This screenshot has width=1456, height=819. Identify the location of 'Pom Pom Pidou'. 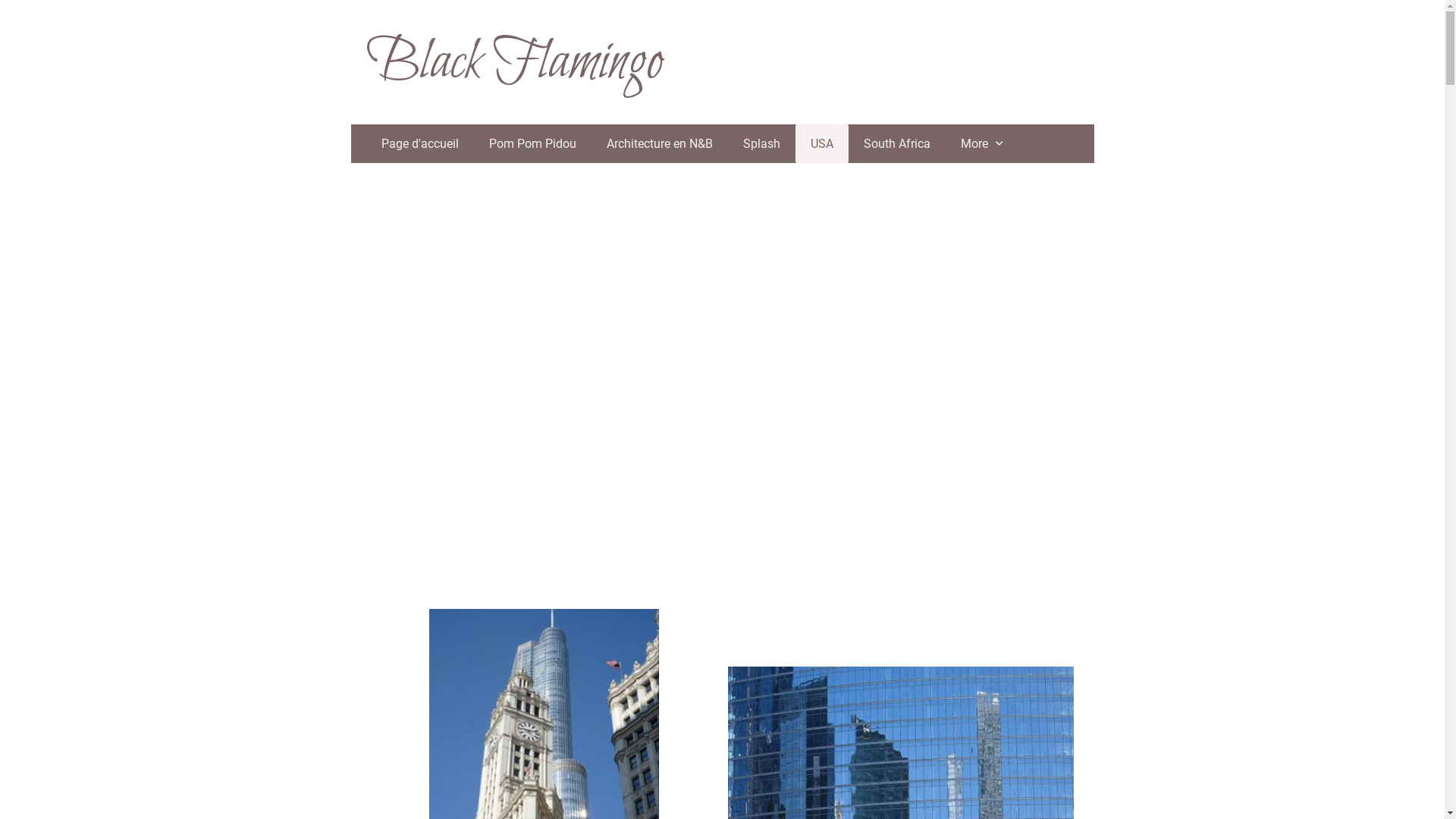
(532, 143).